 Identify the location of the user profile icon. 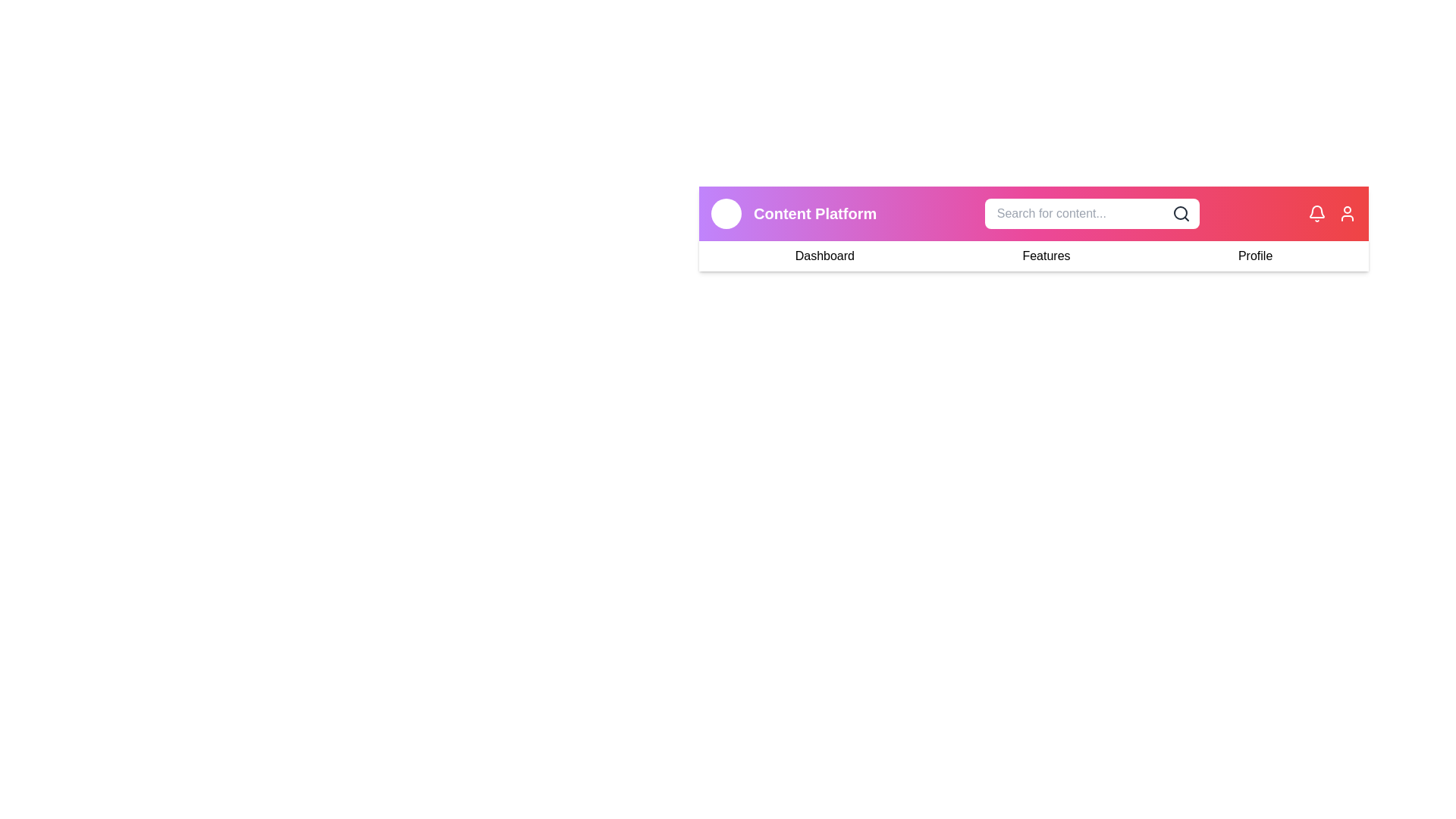
(1347, 213).